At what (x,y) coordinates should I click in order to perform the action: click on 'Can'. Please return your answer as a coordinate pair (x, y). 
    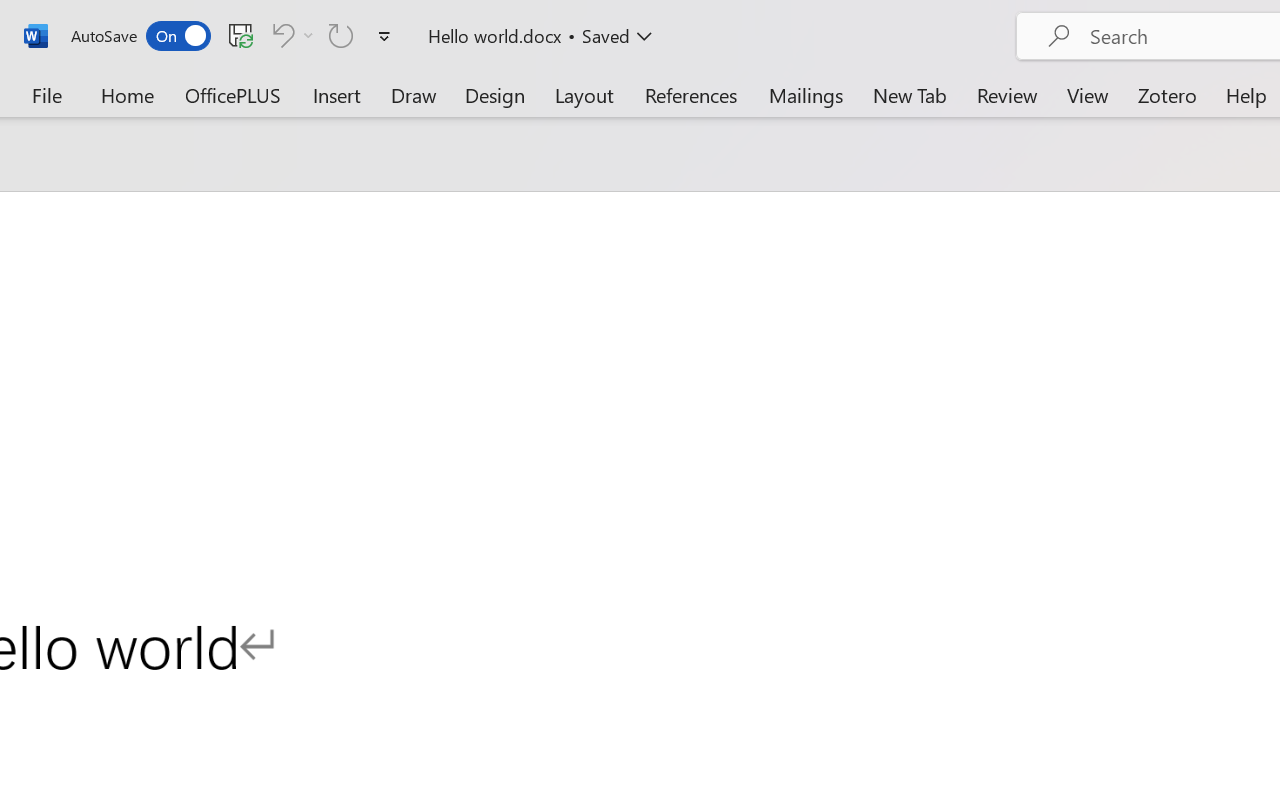
    Looking at the image, I should click on (341, 34).